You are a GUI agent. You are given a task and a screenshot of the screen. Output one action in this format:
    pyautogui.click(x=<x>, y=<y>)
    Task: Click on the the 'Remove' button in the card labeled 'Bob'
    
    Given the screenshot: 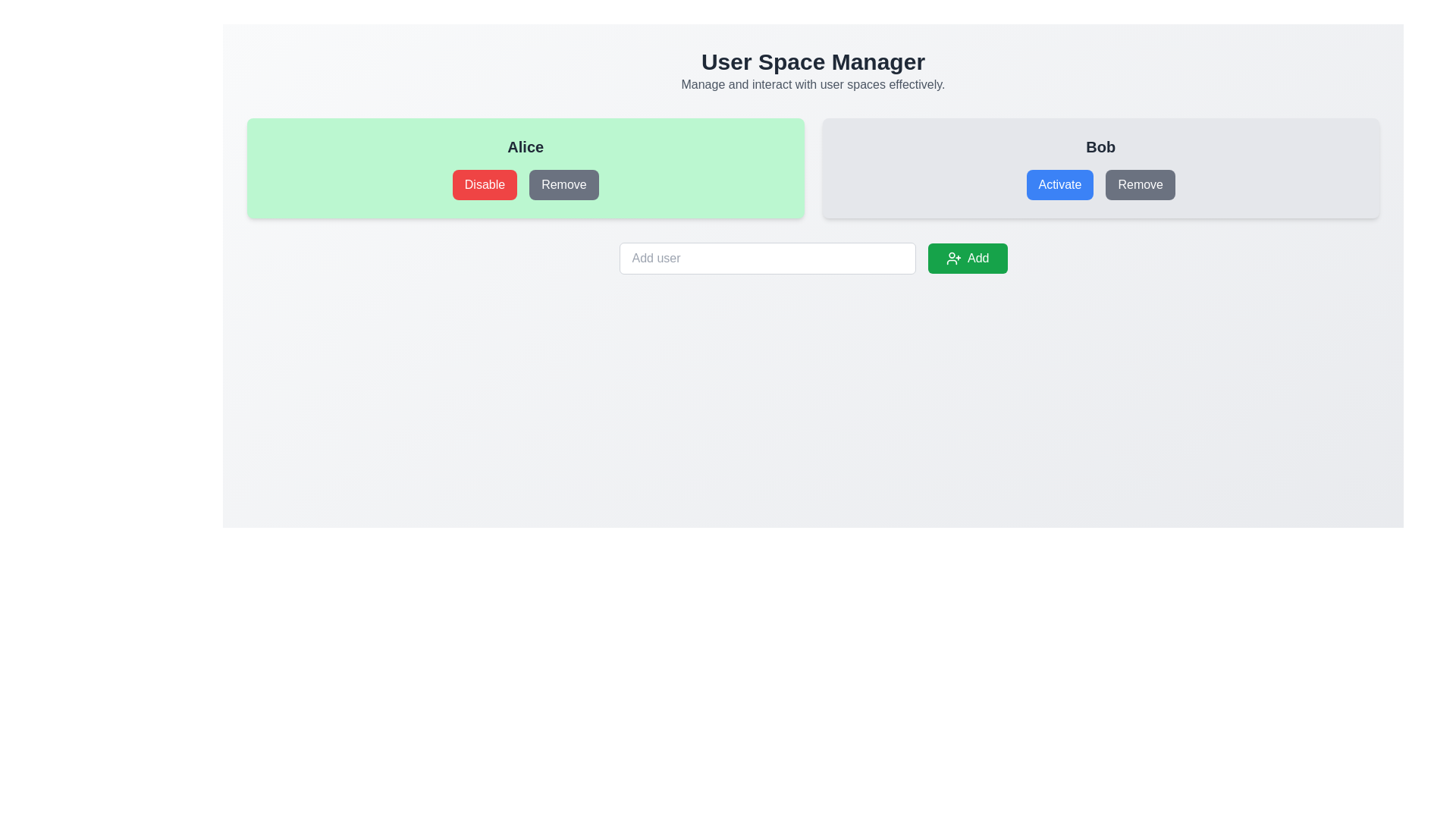 What is the action you would take?
    pyautogui.click(x=1100, y=168)
    